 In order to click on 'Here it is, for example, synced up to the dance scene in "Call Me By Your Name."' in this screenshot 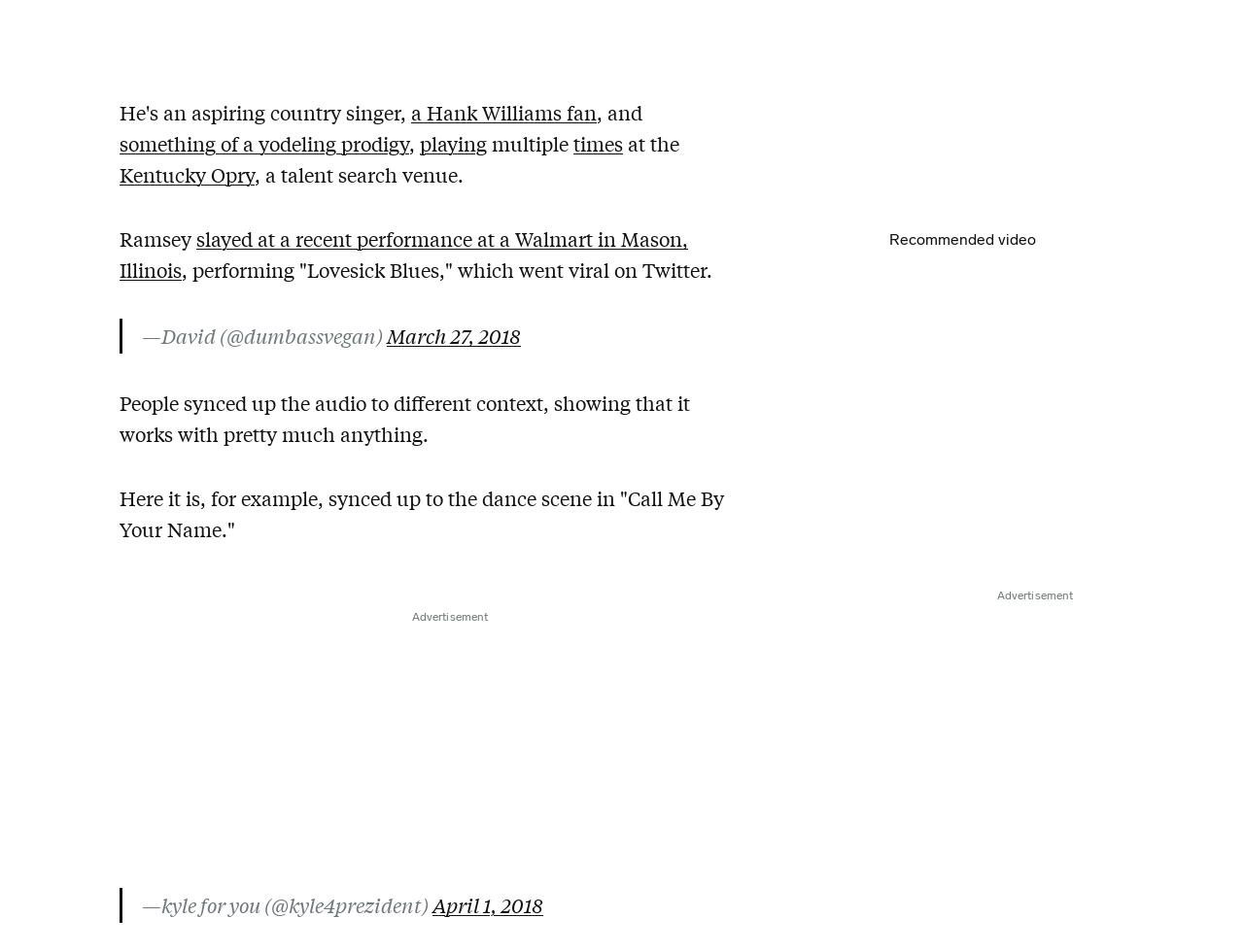, I will do `click(421, 513)`.